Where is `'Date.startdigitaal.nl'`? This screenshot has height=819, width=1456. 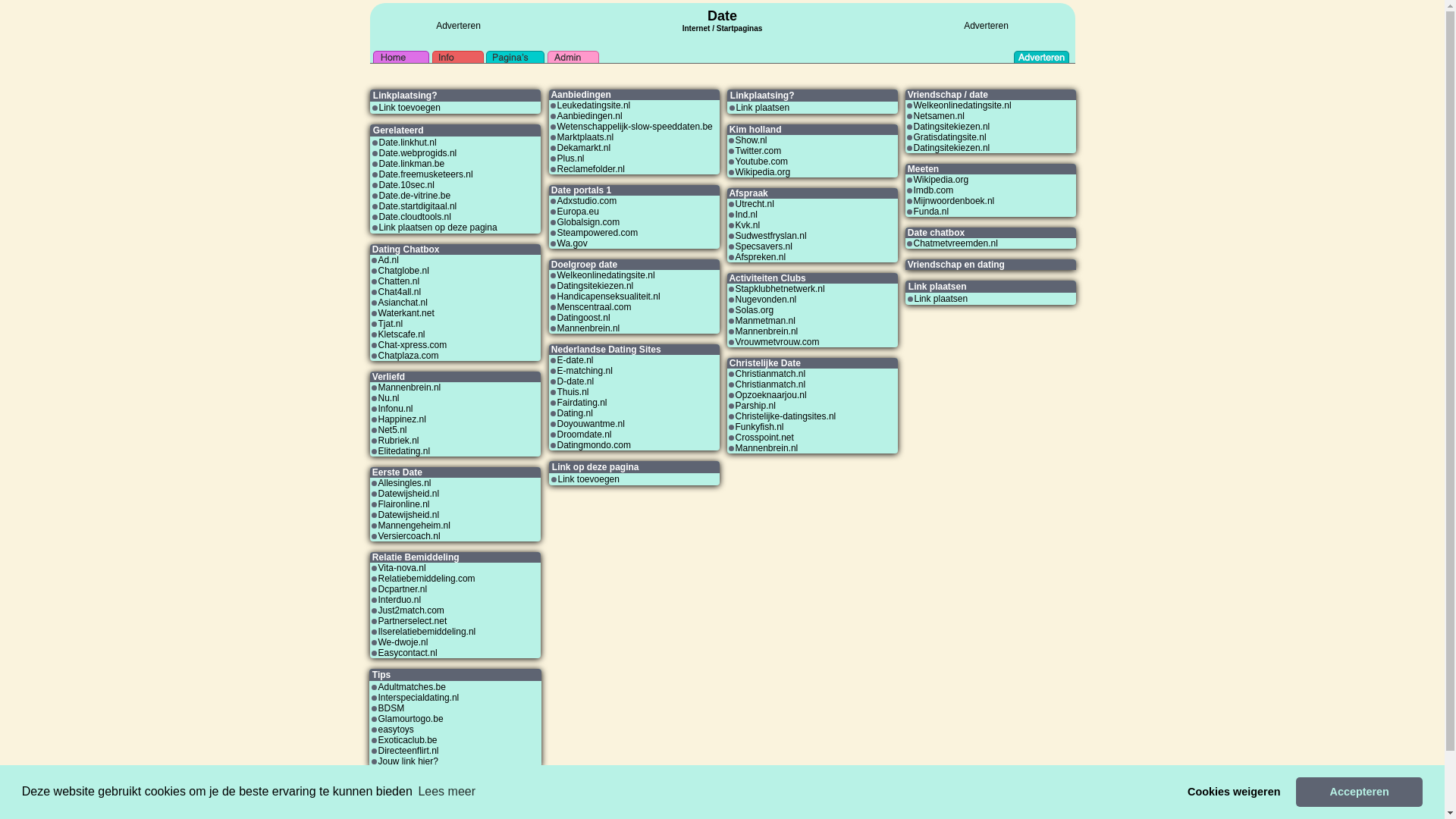 'Date.startdigitaal.nl' is located at coordinates (418, 206).